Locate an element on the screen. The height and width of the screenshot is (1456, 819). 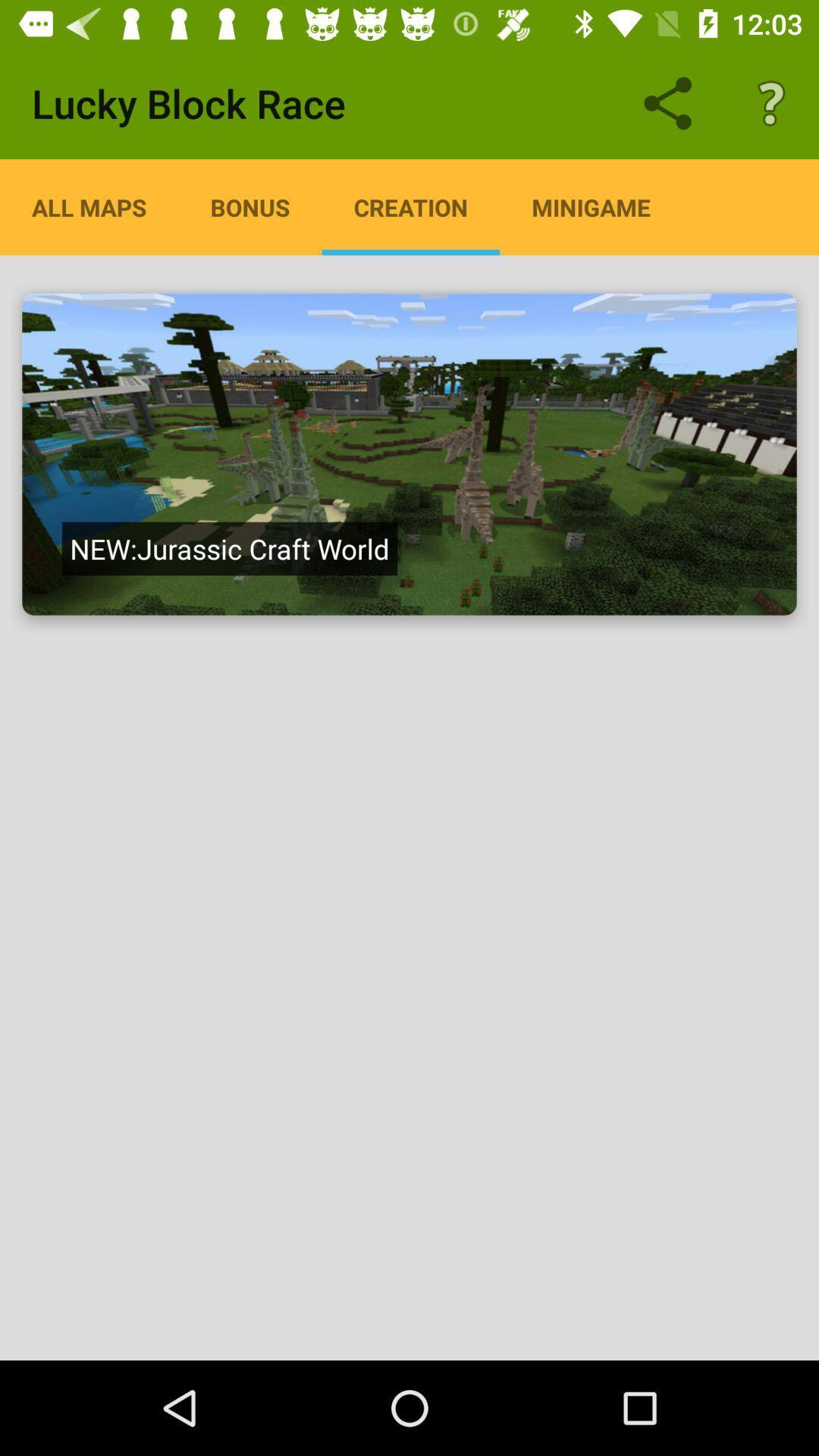
icon next to the bonus app is located at coordinates (89, 206).